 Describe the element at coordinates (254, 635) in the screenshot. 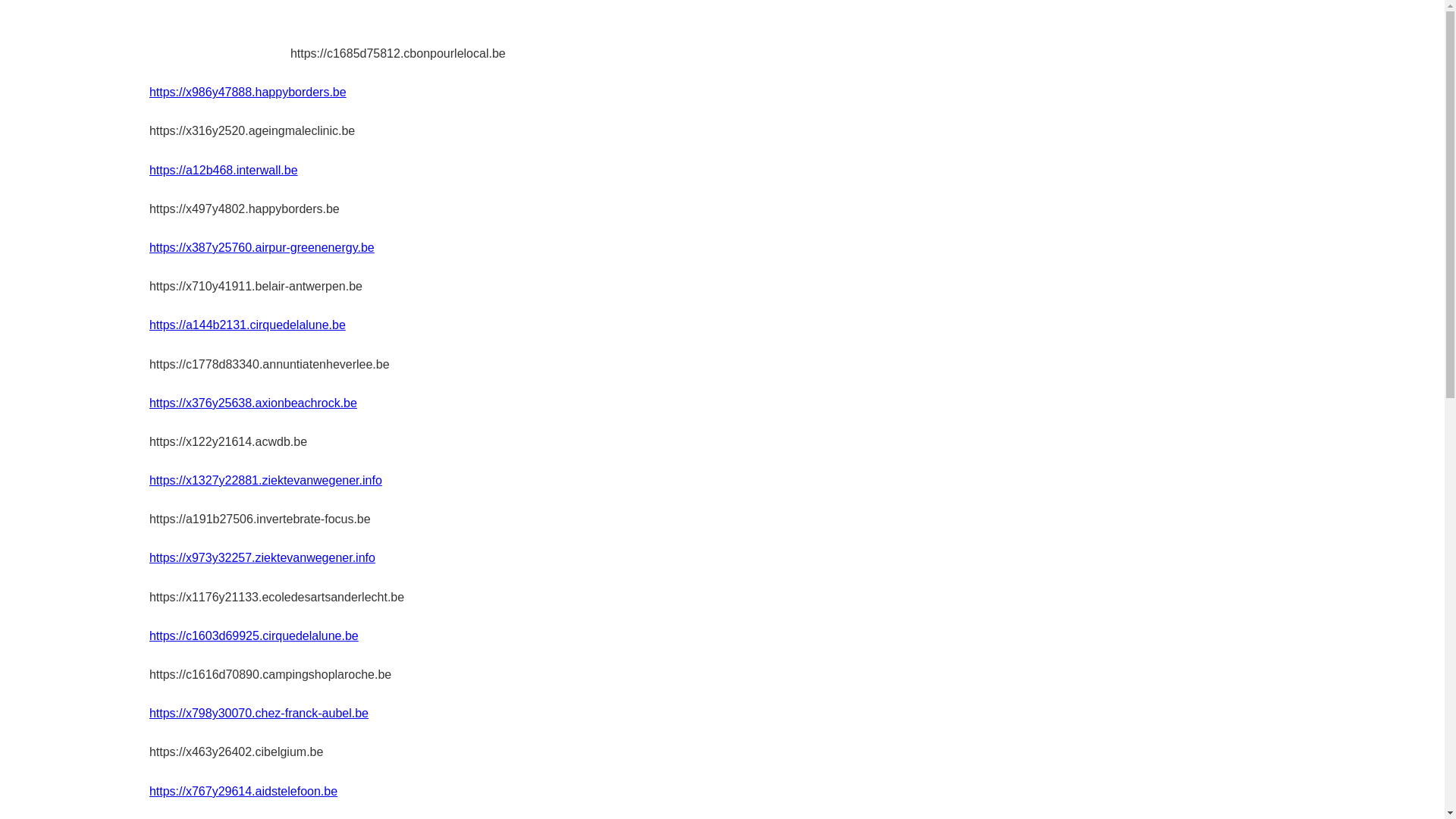

I see `'https://c1603d69925.cirquedelalune.be'` at that location.